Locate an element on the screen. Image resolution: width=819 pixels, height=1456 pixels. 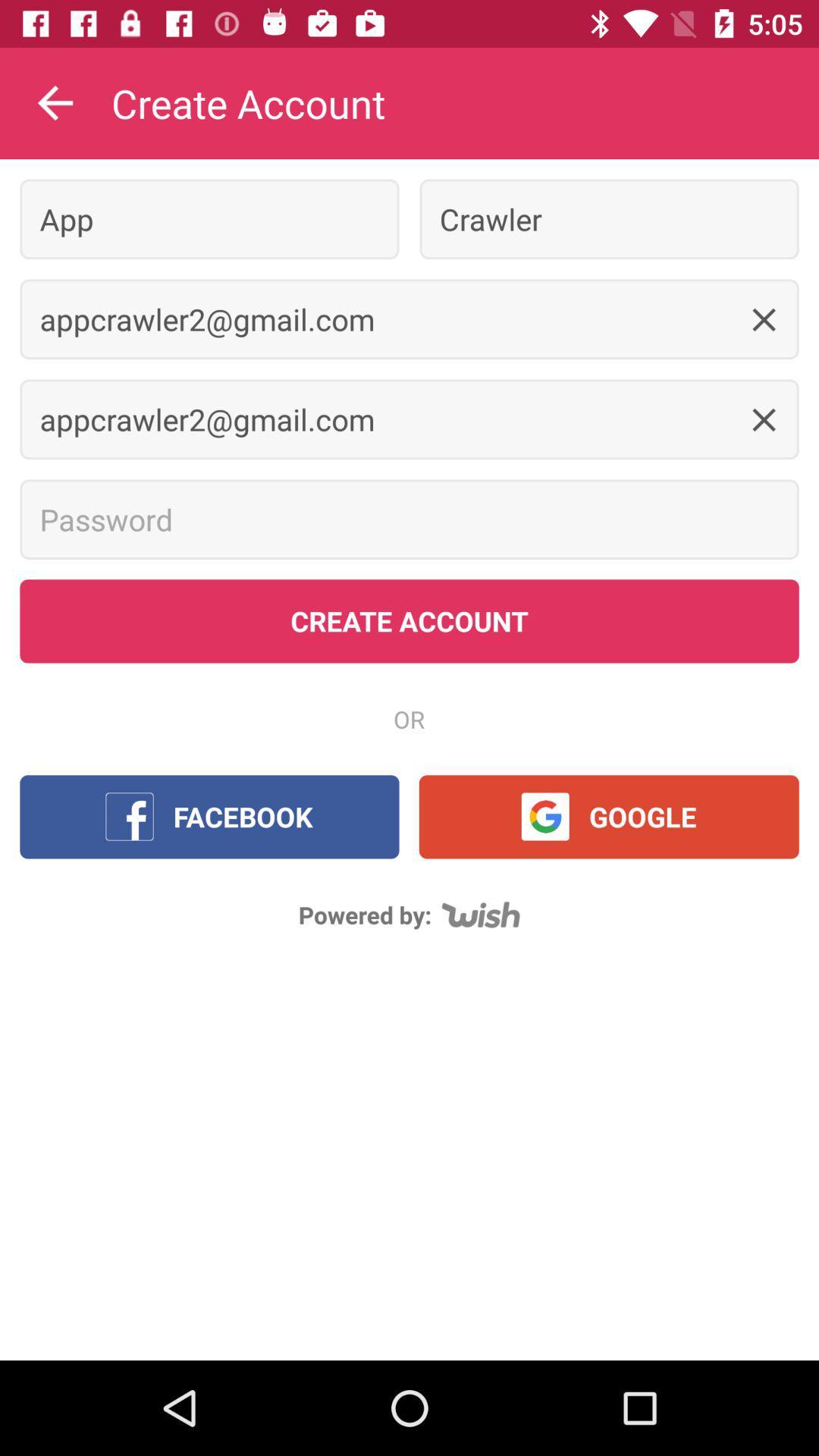
crawler icon is located at coordinates (608, 218).